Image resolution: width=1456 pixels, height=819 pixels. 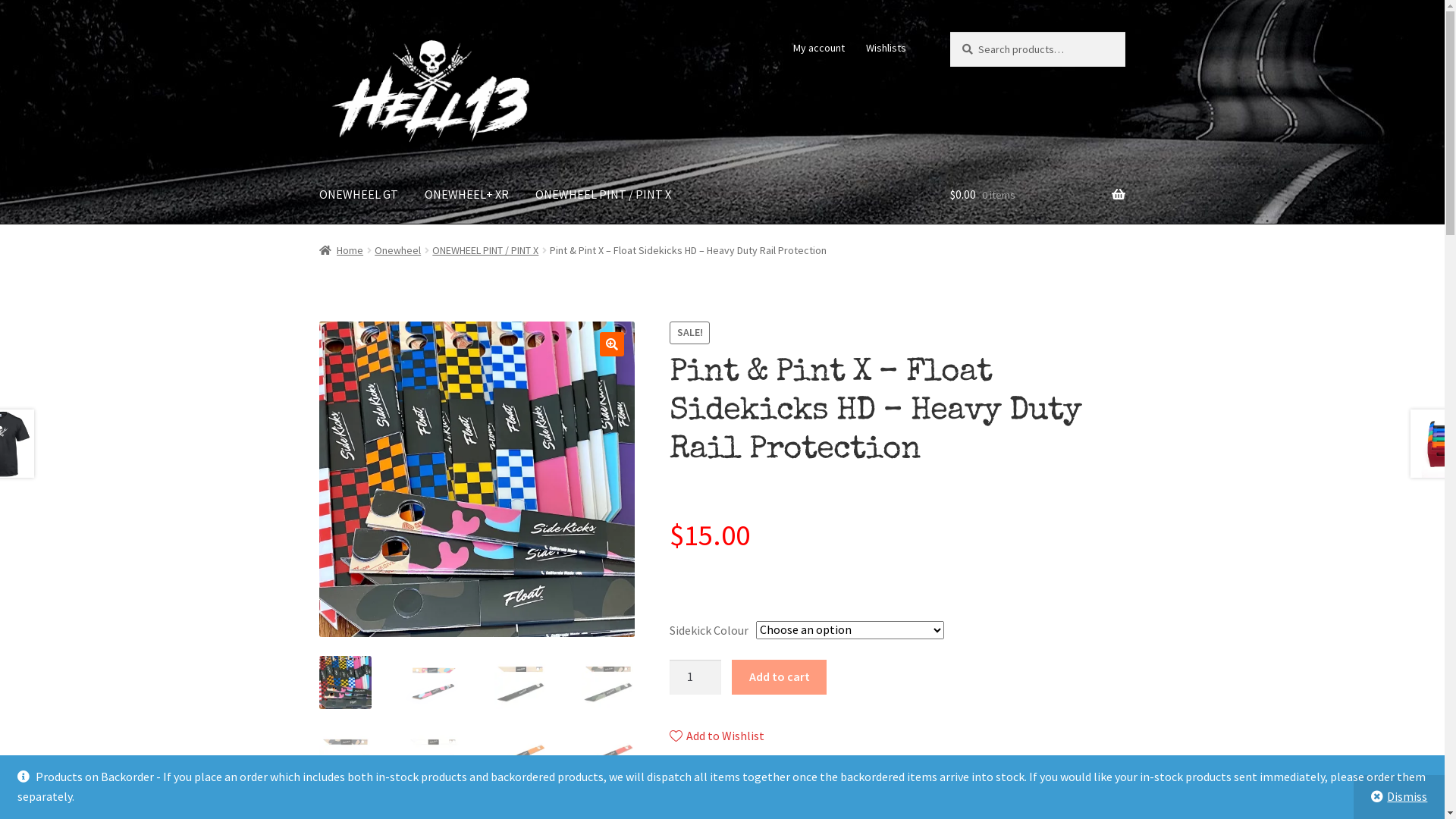 I want to click on 'Add to cart', so click(x=779, y=676).